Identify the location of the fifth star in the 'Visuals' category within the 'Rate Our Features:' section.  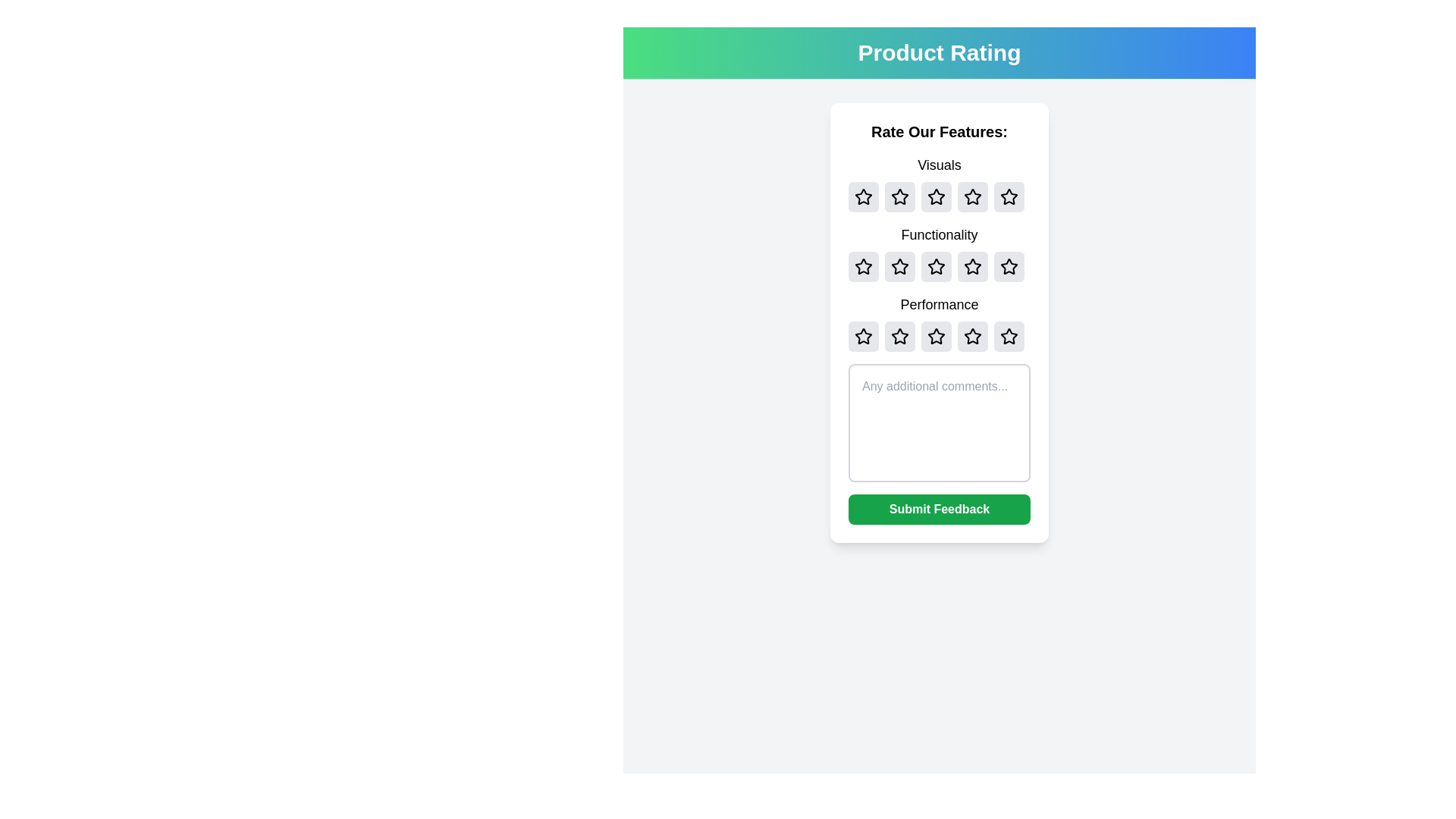
(1009, 196).